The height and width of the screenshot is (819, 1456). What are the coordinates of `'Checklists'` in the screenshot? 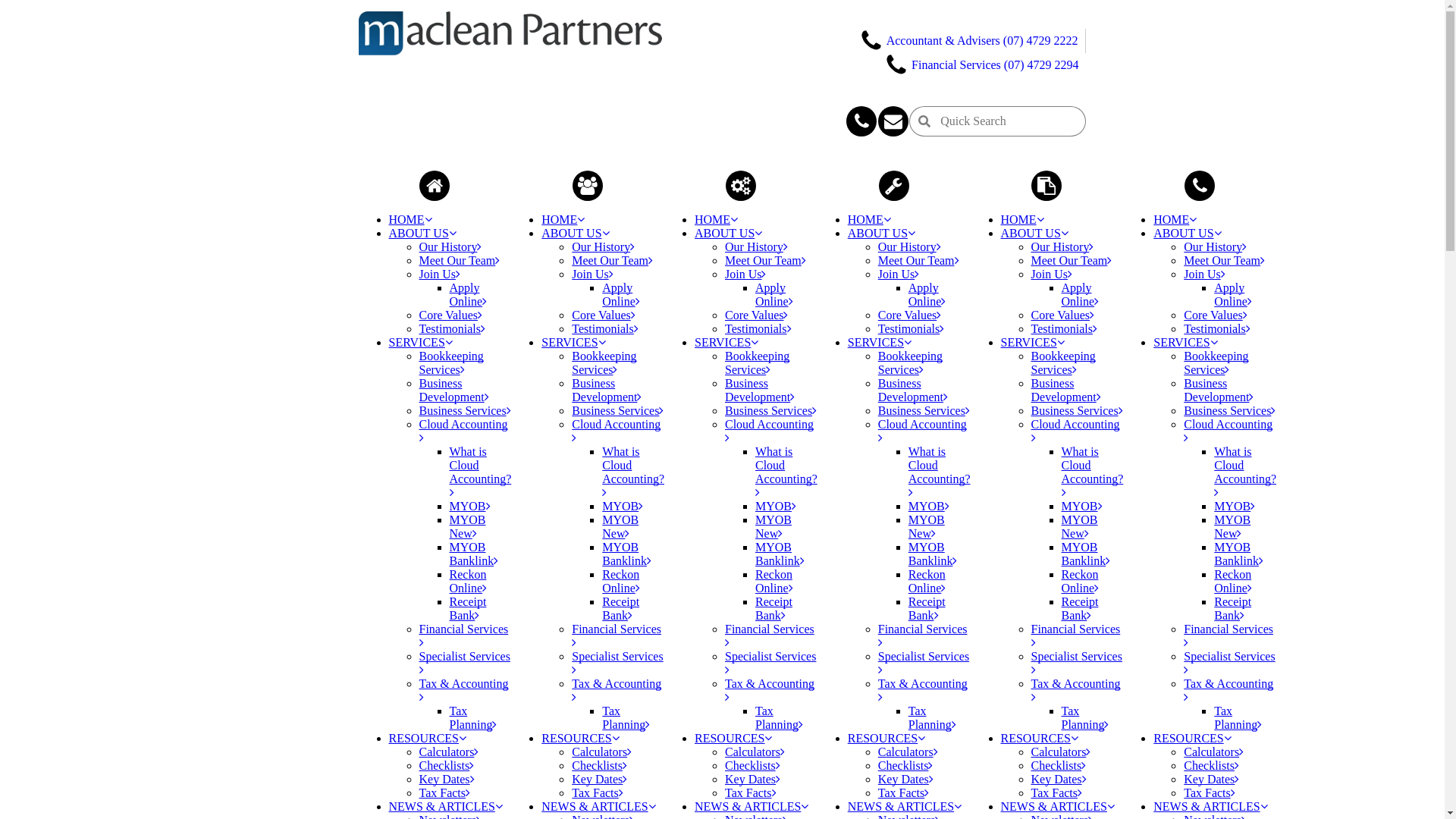 It's located at (445, 765).